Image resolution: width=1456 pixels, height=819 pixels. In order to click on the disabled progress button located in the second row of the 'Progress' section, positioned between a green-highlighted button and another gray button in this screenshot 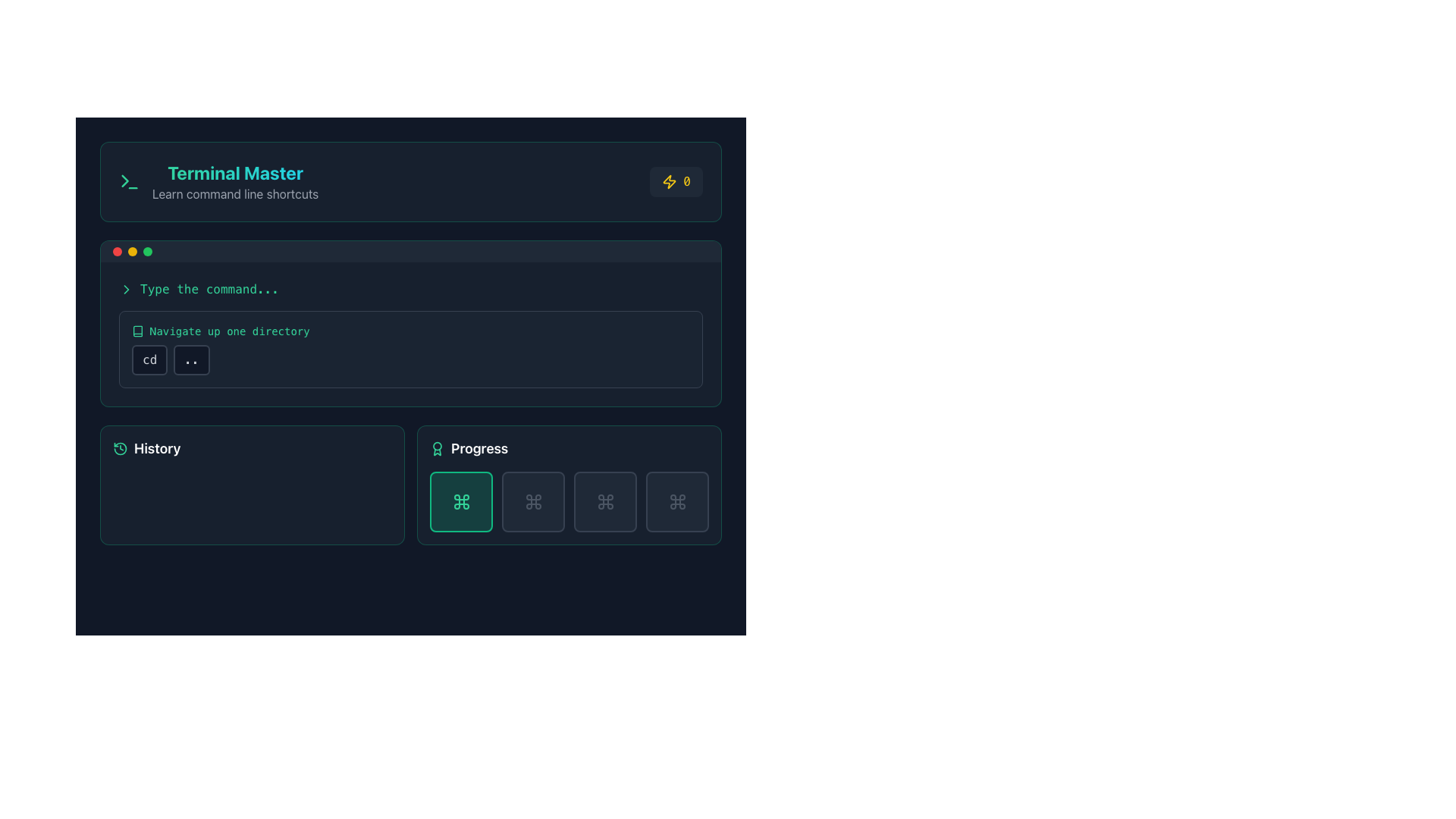, I will do `click(533, 502)`.